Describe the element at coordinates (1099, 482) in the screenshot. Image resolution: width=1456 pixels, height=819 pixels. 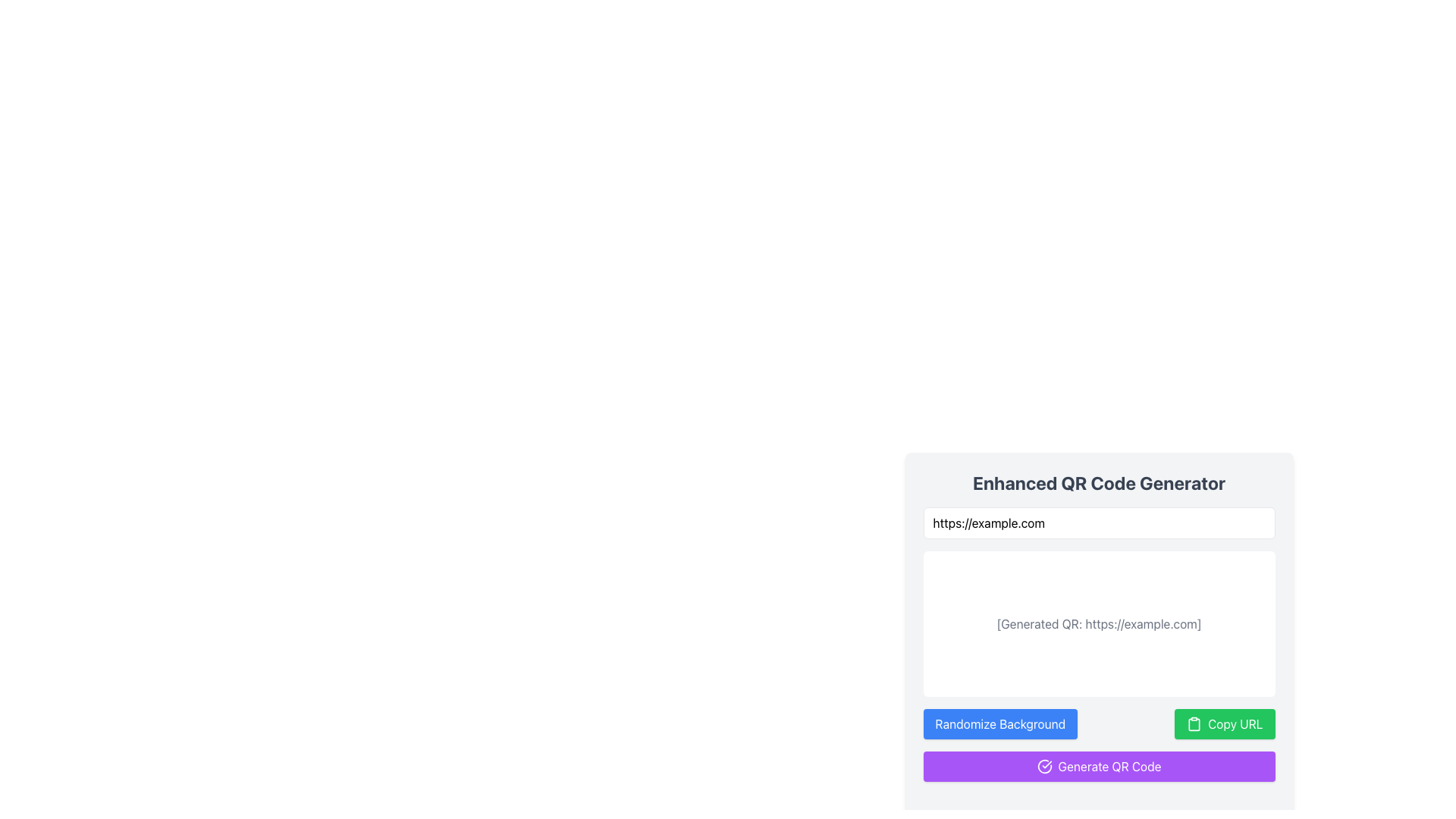
I see `the text header element labeled 'Enhanced QR Code Generator', which is styled prominently at the top of the QR code generator section` at that location.